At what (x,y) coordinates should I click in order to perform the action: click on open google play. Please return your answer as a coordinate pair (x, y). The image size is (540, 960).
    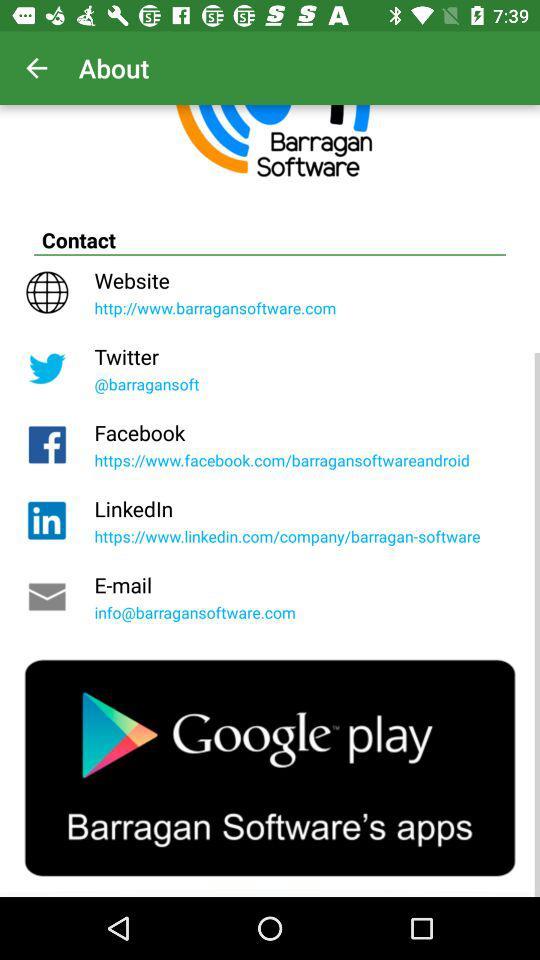
    Looking at the image, I should click on (270, 767).